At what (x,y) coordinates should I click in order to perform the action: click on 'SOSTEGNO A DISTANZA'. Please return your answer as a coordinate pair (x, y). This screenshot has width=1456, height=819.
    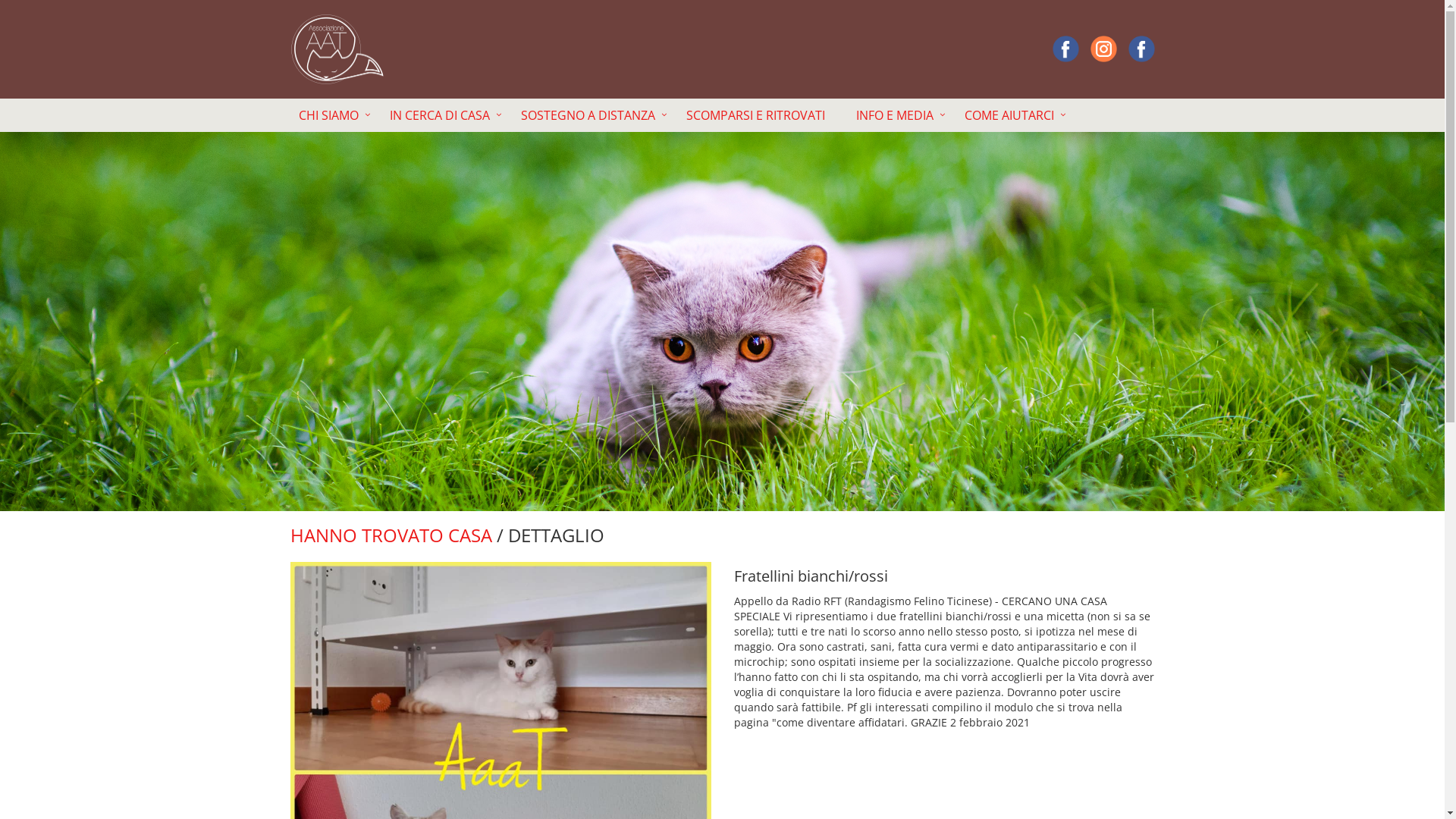
    Looking at the image, I should click on (593, 114).